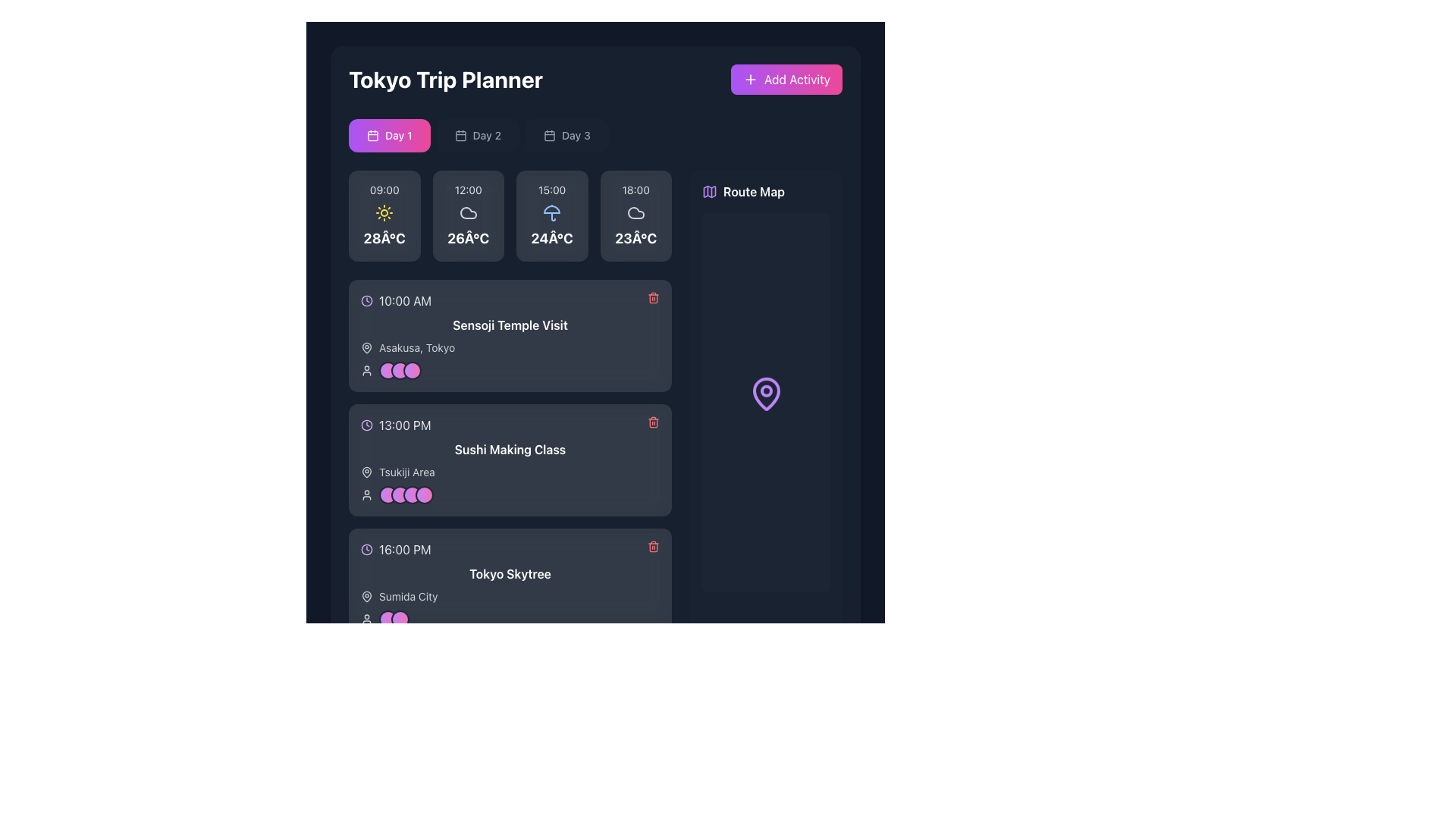  Describe the element at coordinates (551, 239) in the screenshot. I see `the temperature information label displaying '24Â°C', which is styled in white on a dark background and located below the umbrella icon in the weather forecast card for '15:00'` at that location.